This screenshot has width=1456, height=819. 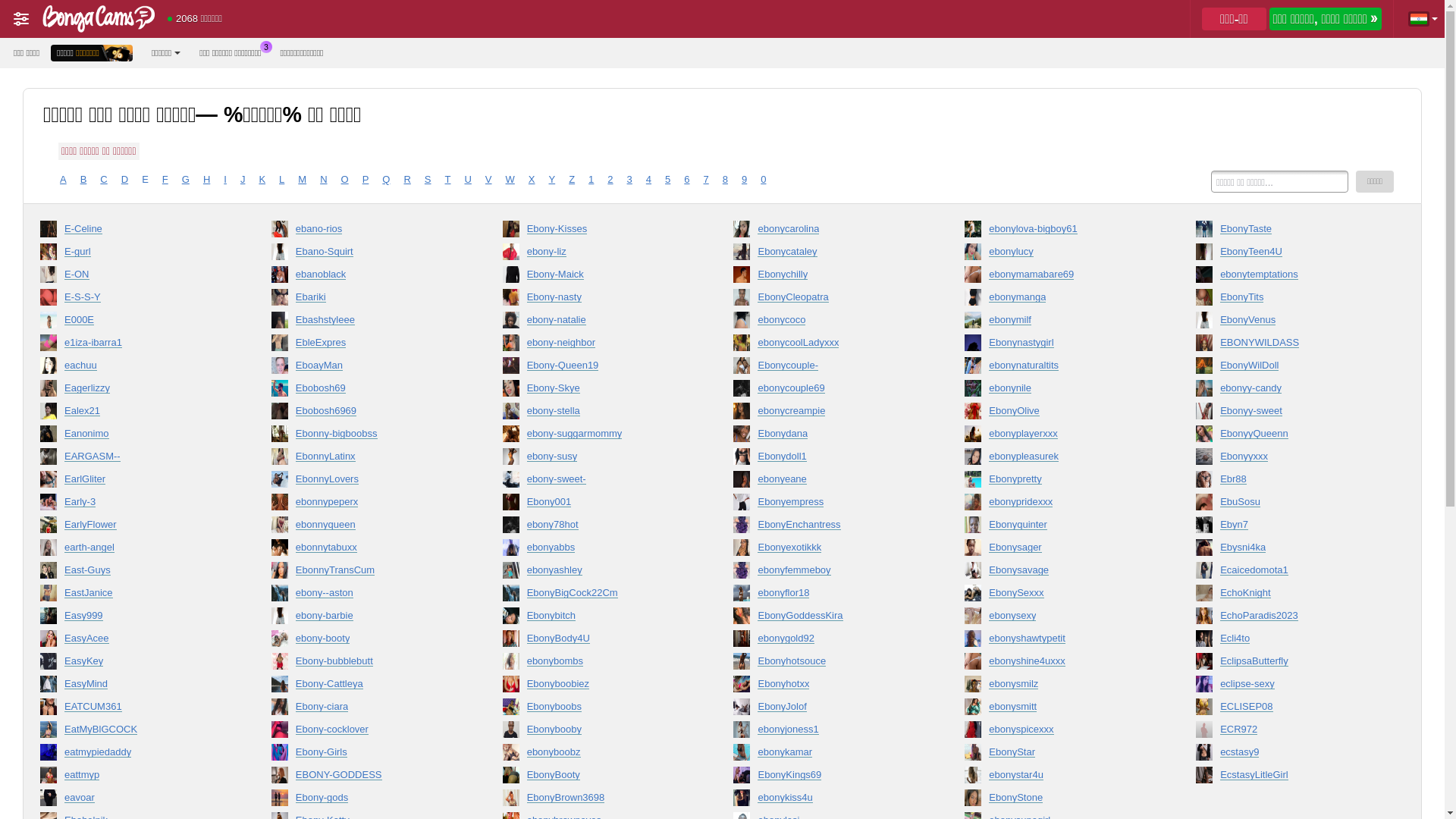 What do you see at coordinates (1288, 253) in the screenshot?
I see `'EbonyTeen4U'` at bounding box center [1288, 253].